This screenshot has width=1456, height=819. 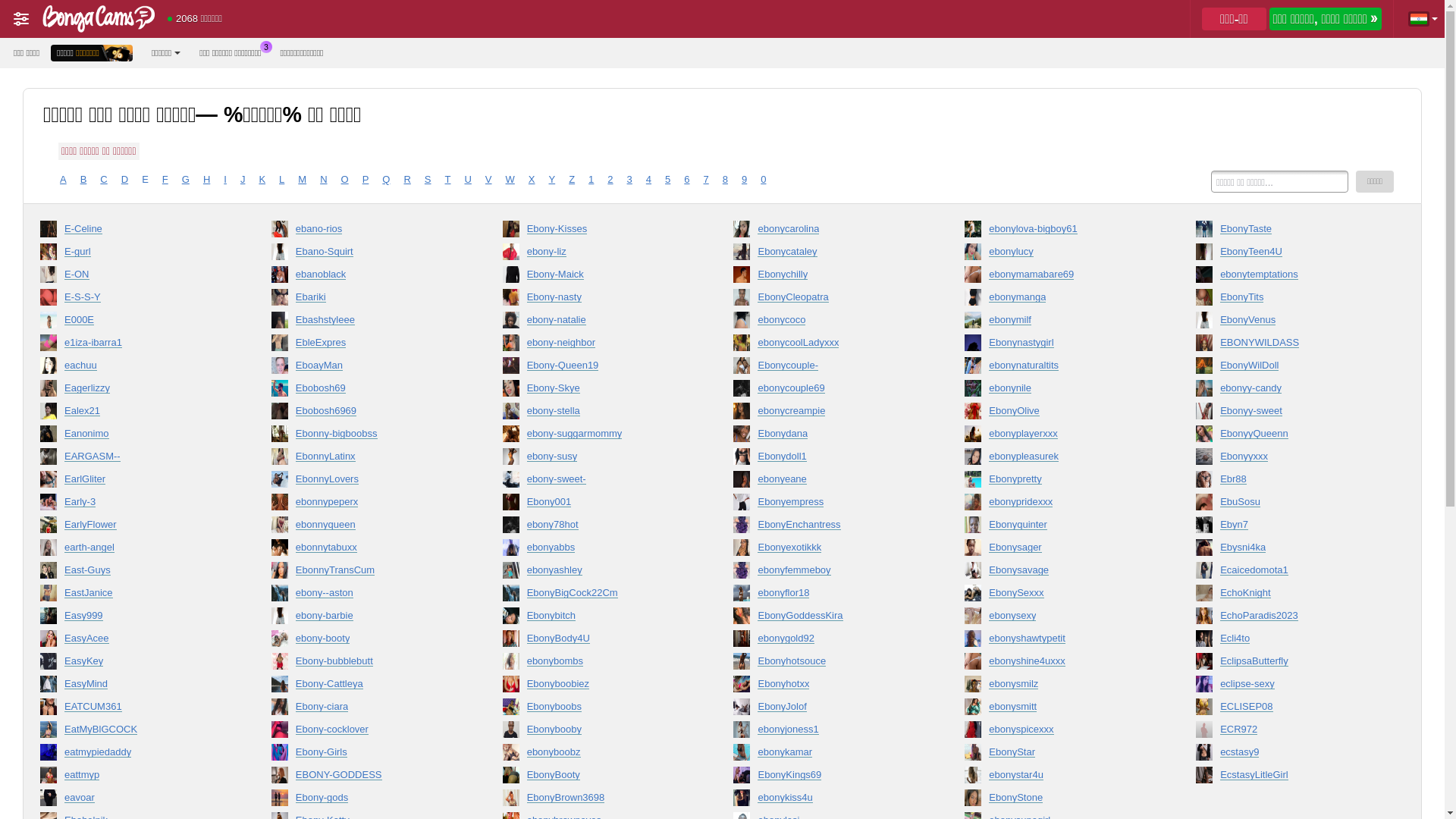 What do you see at coordinates (1288, 253) in the screenshot?
I see `'EbonyTeen4U'` at bounding box center [1288, 253].